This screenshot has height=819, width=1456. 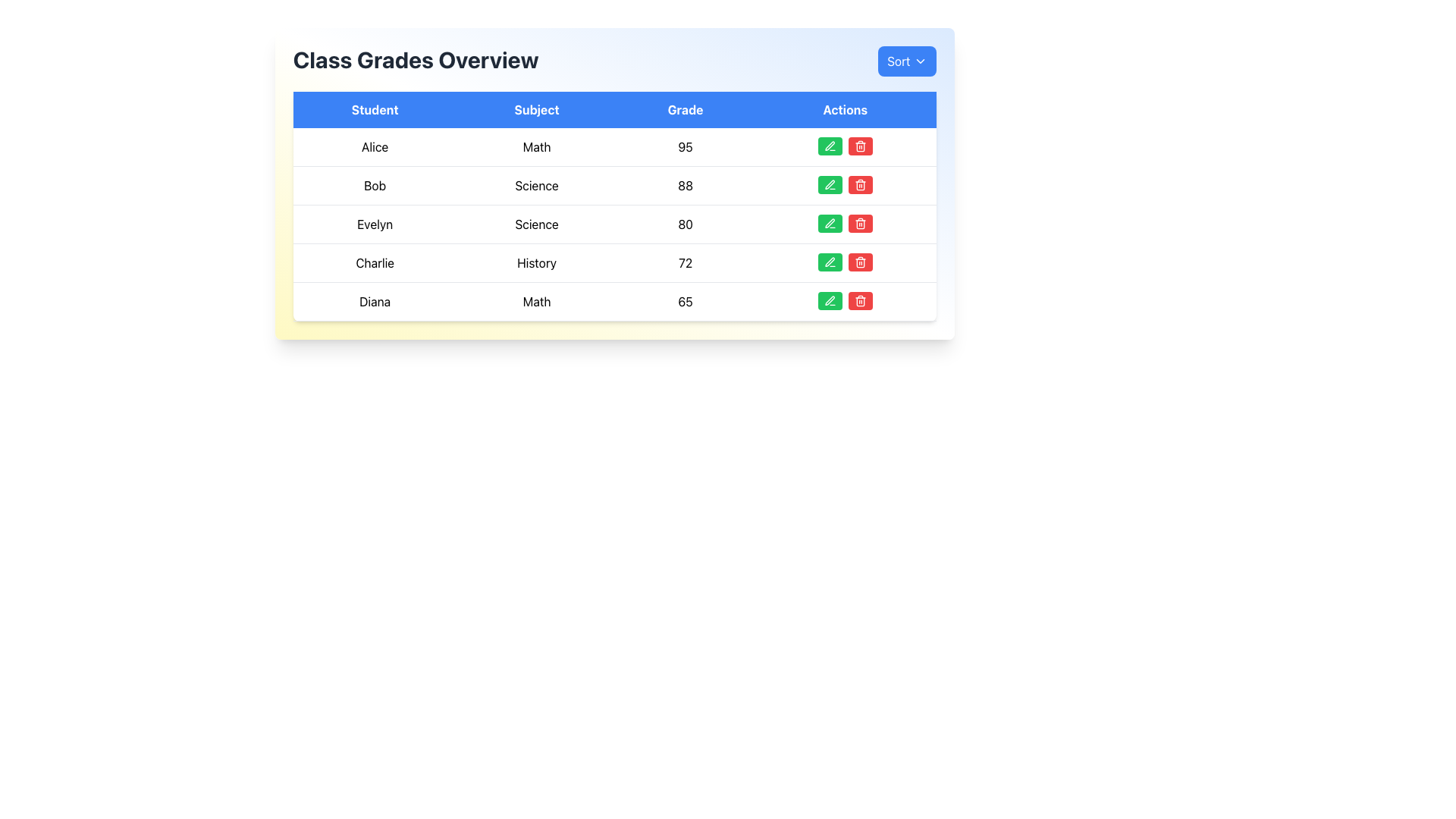 I want to click on the green button with a pen icon located in the first row of the 'Actions' column, so click(x=829, y=146).